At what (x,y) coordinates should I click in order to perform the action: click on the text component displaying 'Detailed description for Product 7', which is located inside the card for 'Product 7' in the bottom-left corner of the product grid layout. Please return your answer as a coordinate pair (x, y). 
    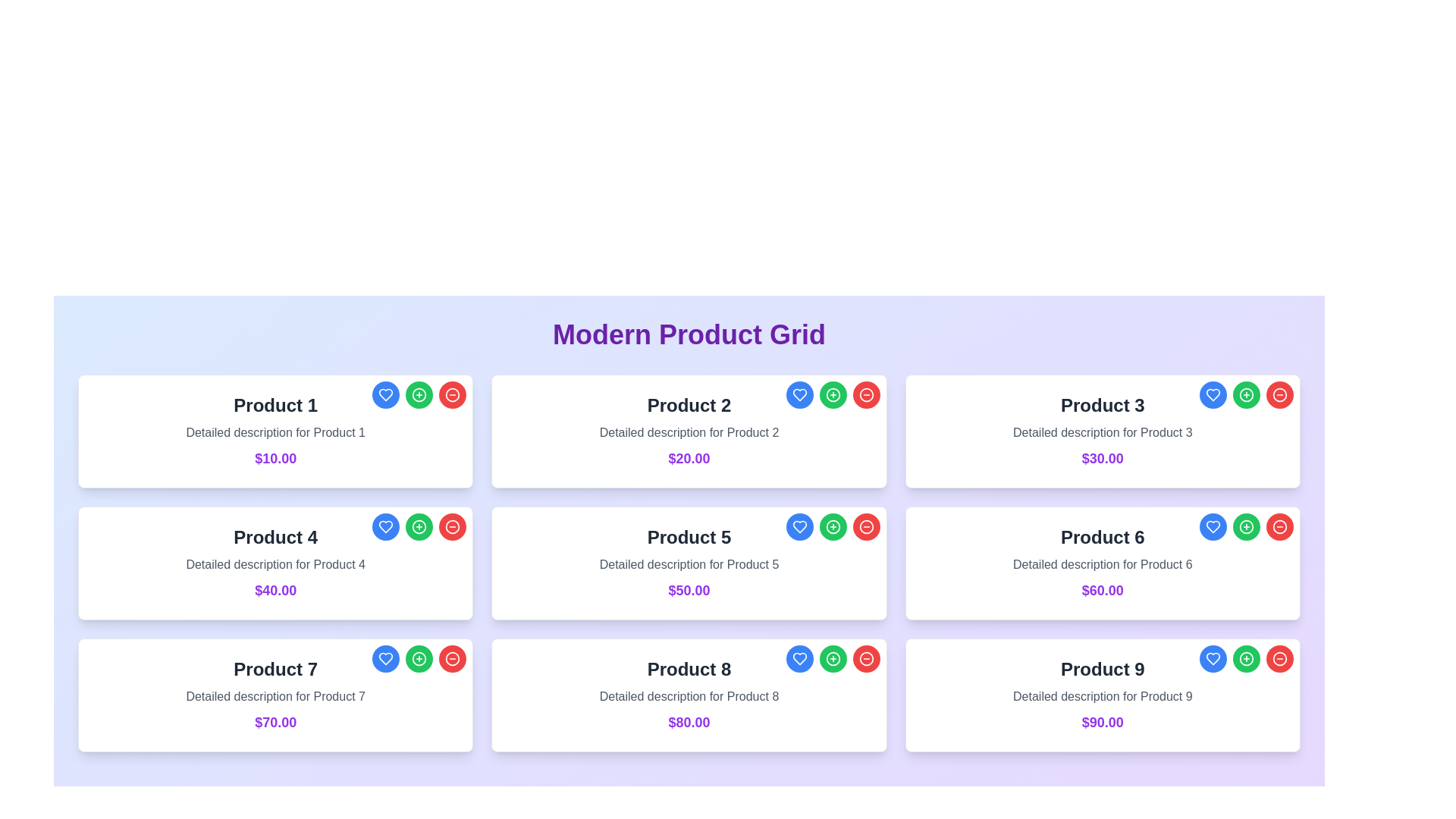
    Looking at the image, I should click on (275, 696).